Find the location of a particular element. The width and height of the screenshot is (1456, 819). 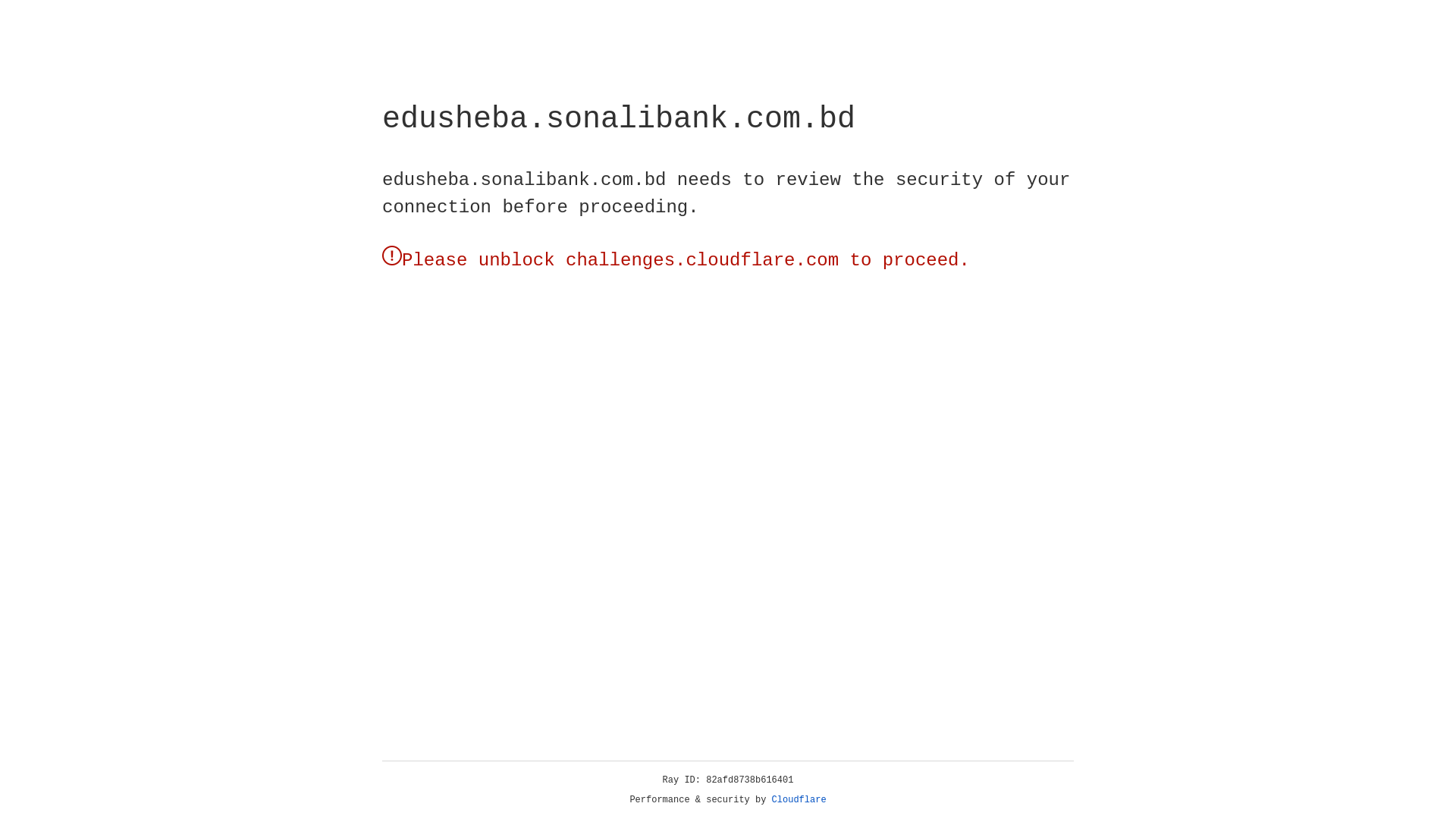

'Cloudflare' is located at coordinates (799, 799).